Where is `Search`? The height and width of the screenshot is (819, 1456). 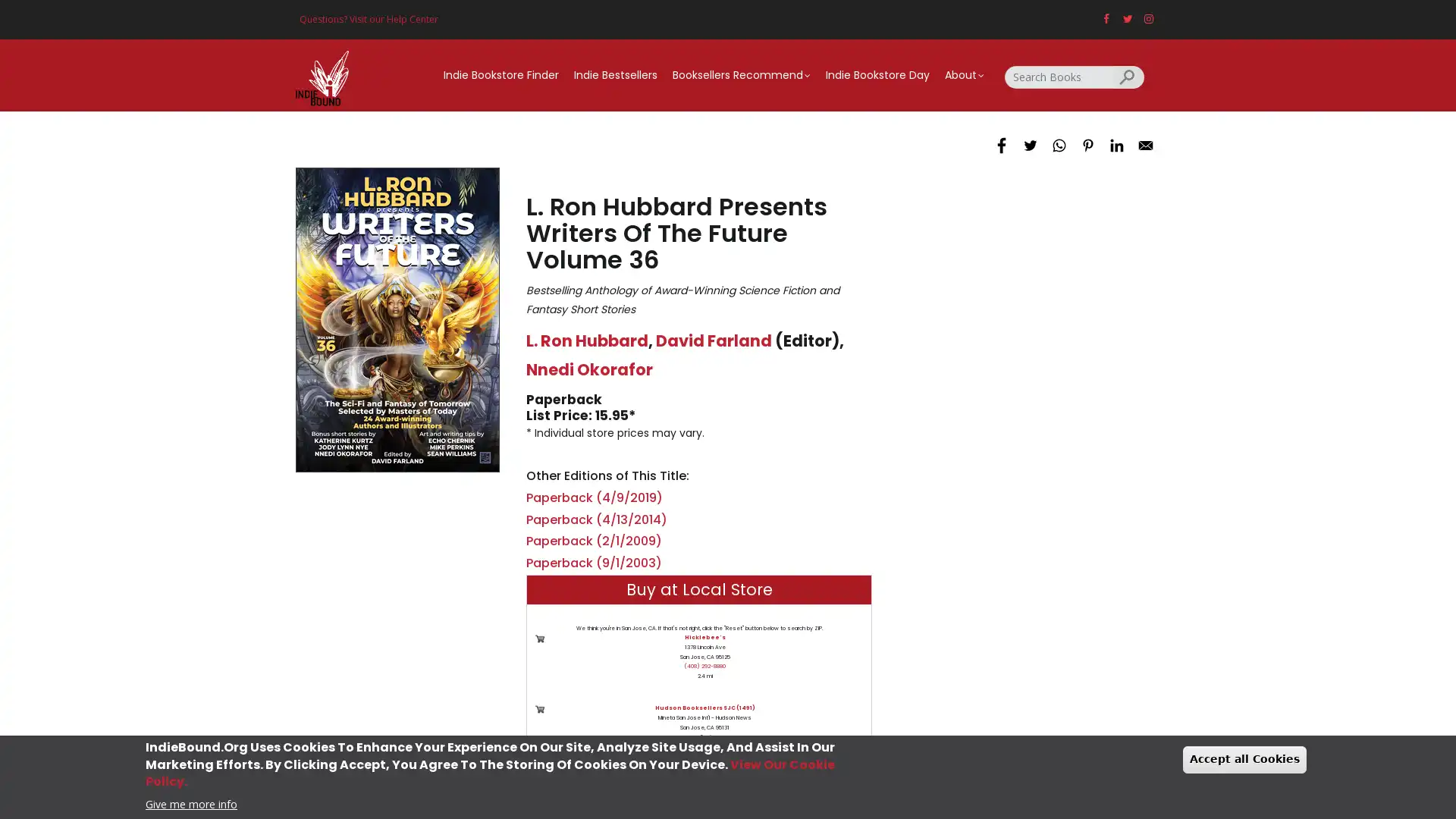
Search is located at coordinates (1128, 76).